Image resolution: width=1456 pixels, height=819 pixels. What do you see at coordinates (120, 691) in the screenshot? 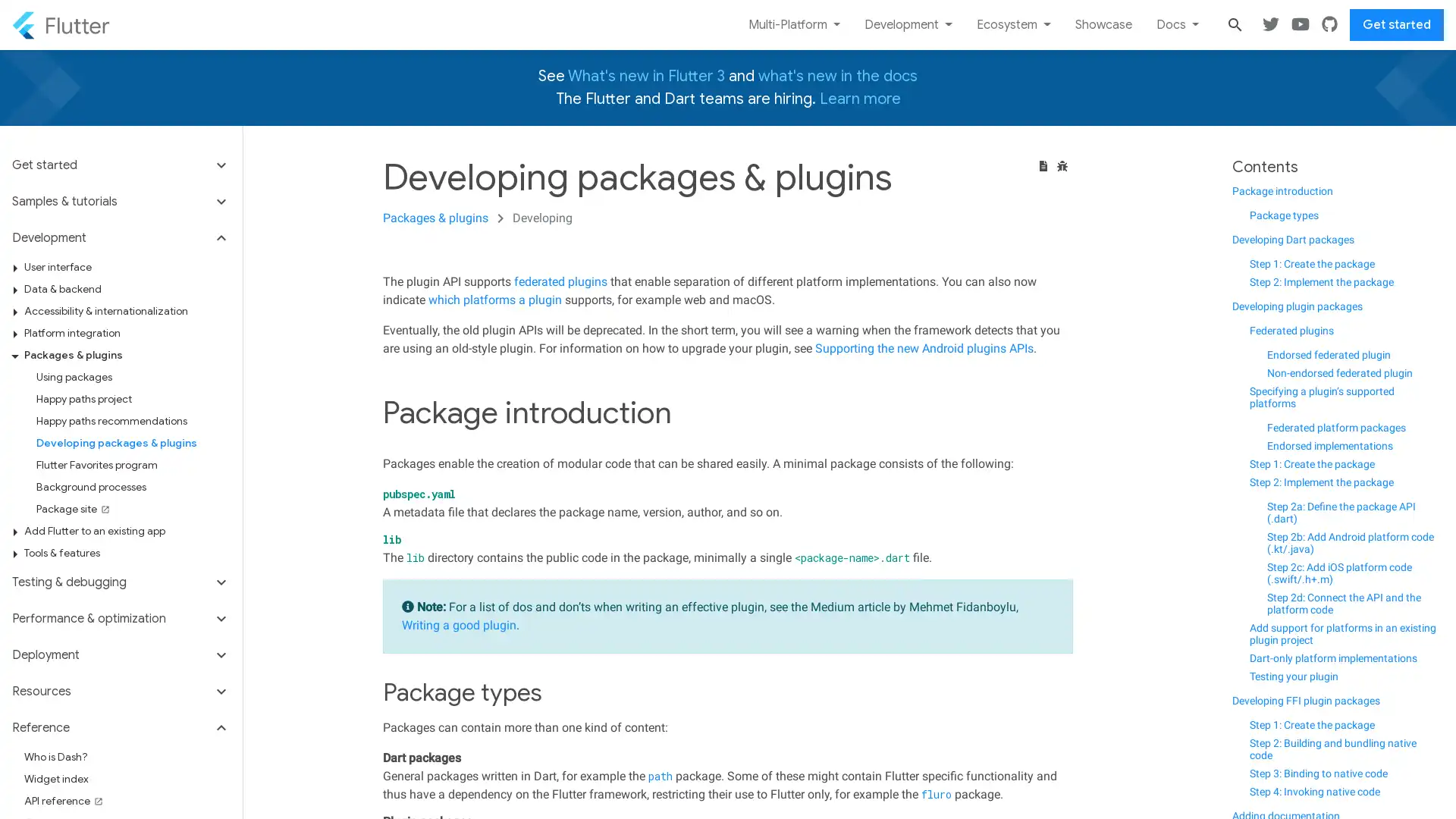
I see `Resources keyboard_arrow_down` at bounding box center [120, 691].